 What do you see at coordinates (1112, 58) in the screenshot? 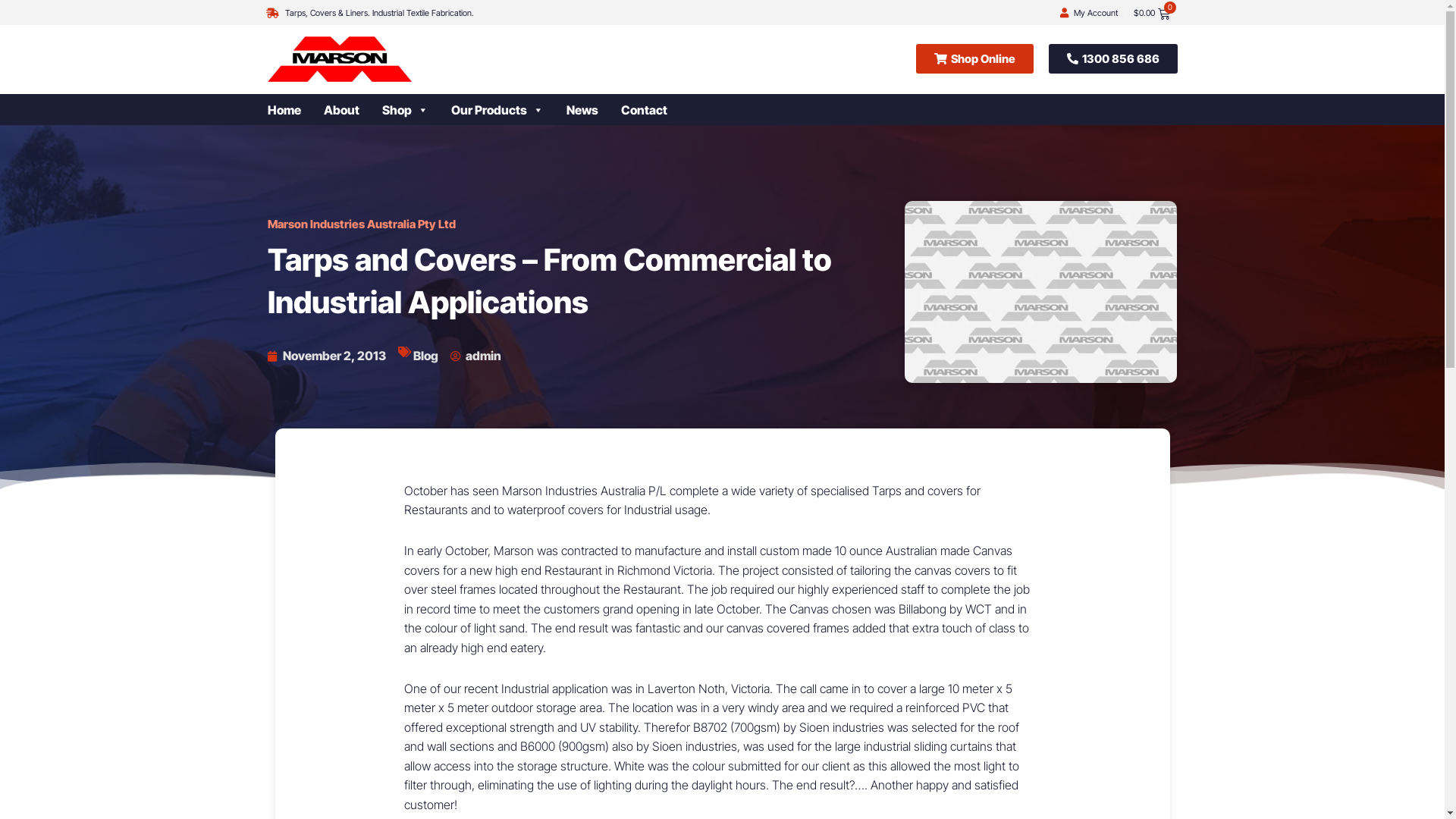
I see `'1300 856 686'` at bounding box center [1112, 58].